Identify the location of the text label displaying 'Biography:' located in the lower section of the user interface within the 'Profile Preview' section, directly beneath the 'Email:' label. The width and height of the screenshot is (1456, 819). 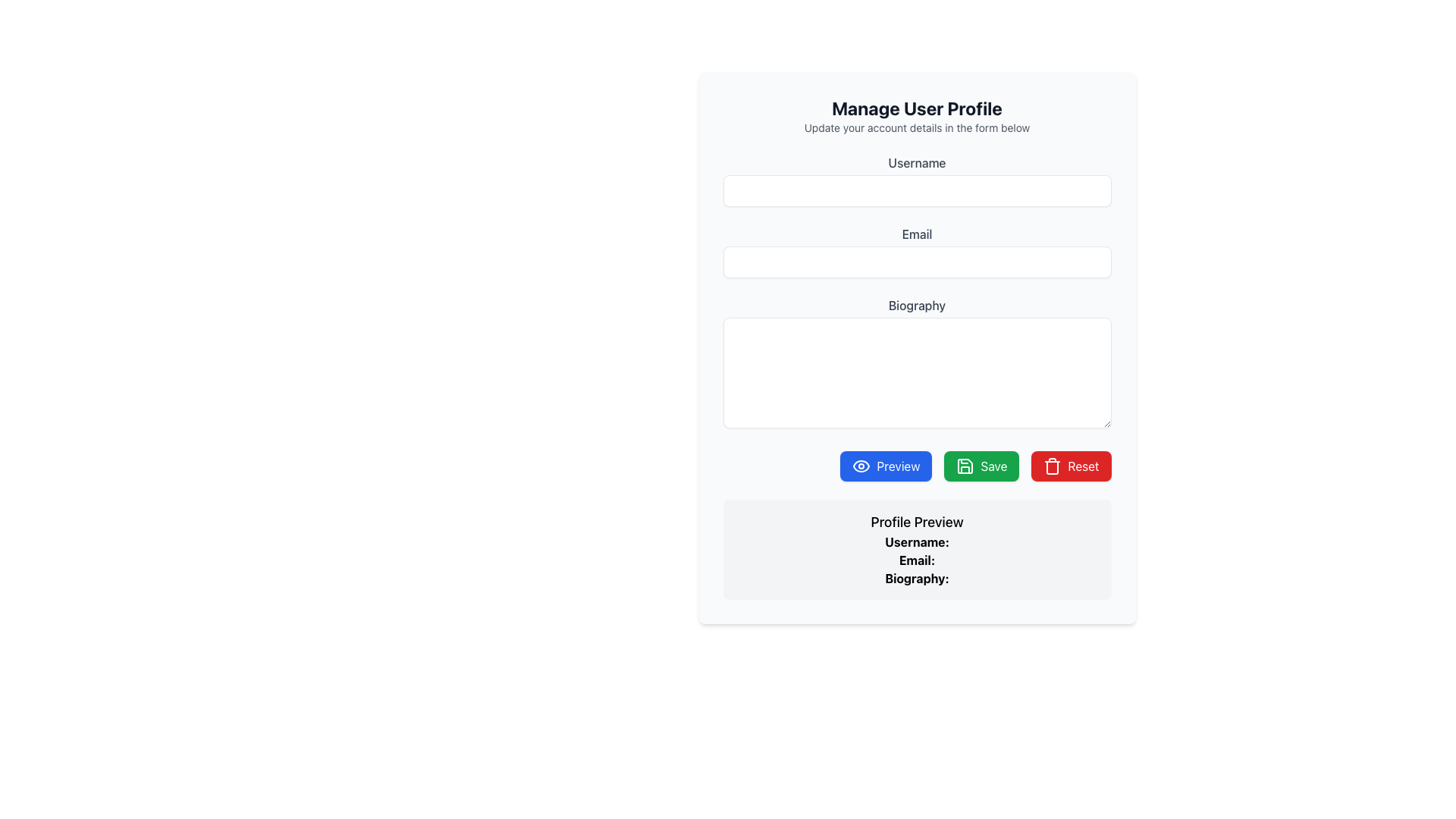
(916, 579).